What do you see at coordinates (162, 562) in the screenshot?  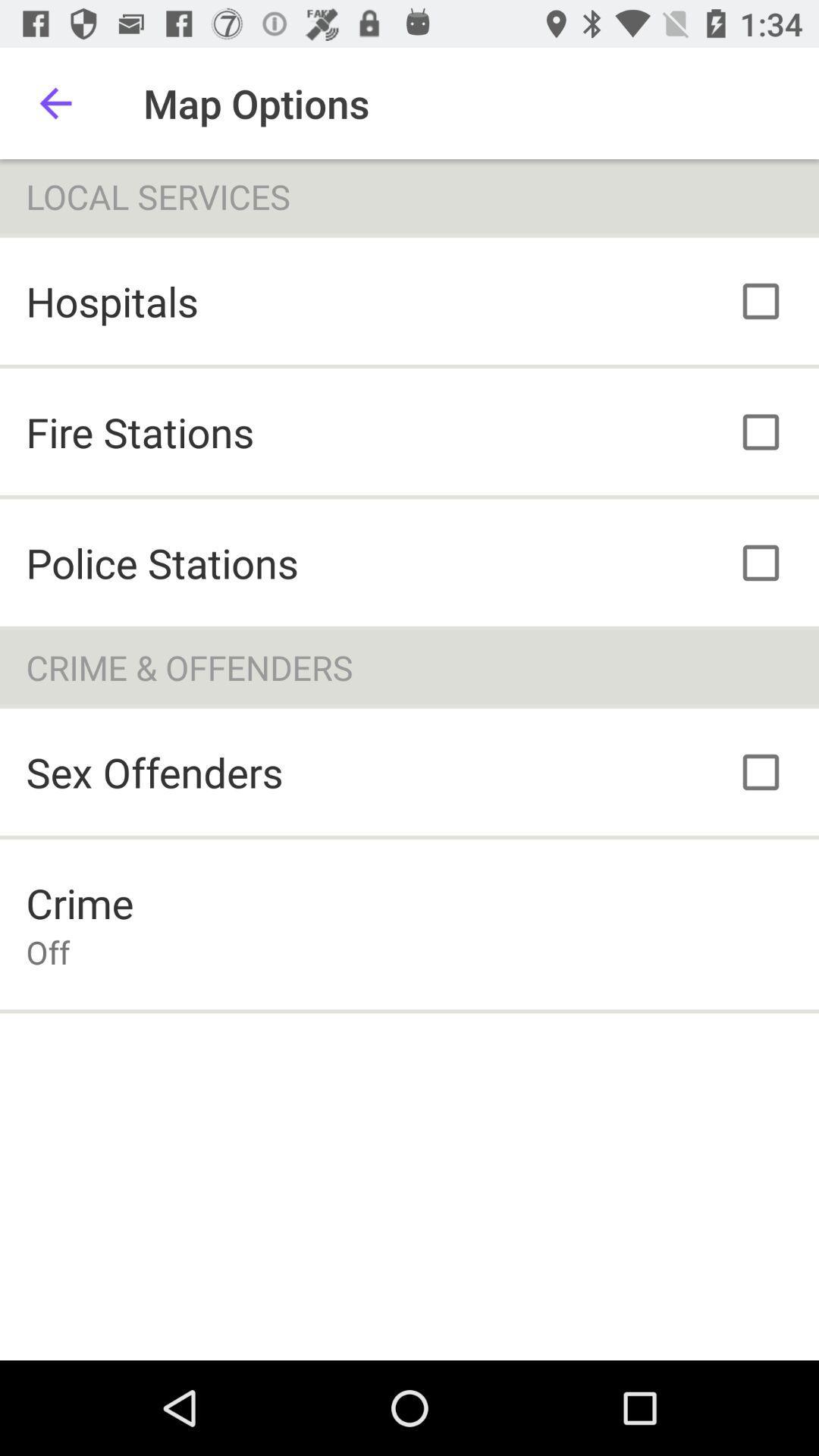 I see `the icon above crime & offenders item` at bounding box center [162, 562].